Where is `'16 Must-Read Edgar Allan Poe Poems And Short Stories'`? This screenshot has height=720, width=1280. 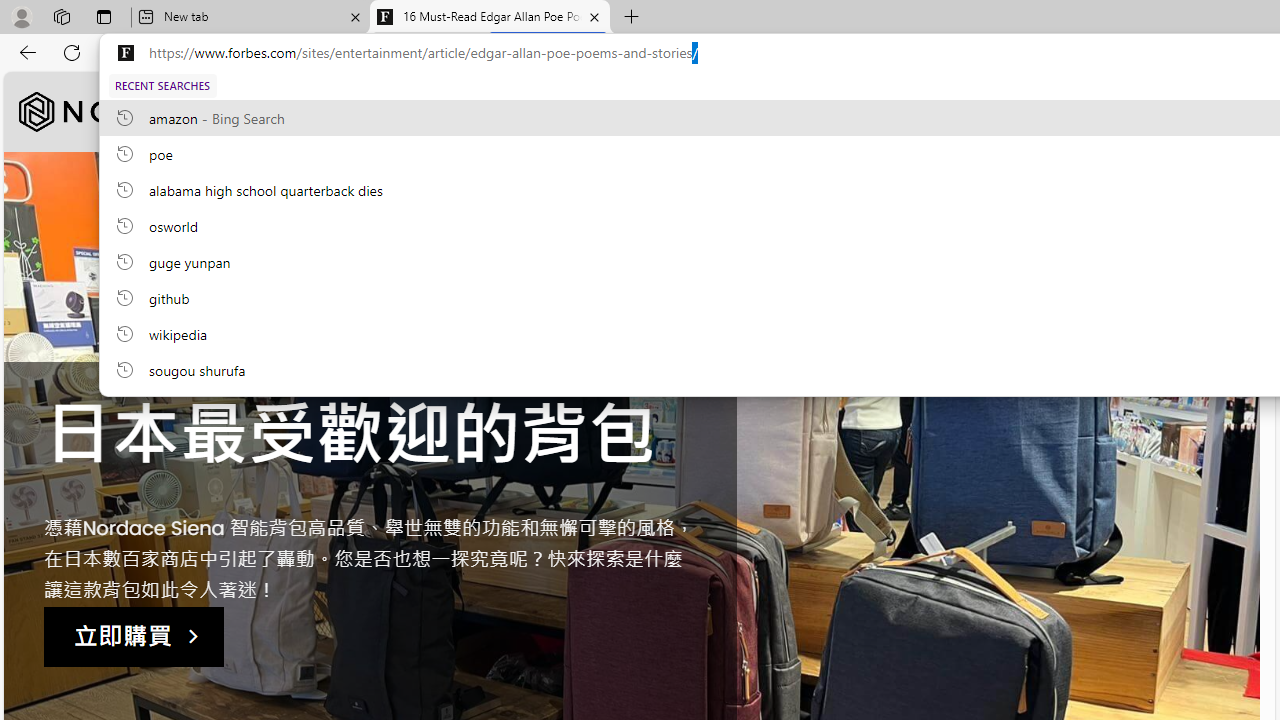 '16 Must-Read Edgar Allan Poe Poems And Short Stories' is located at coordinates (490, 17).